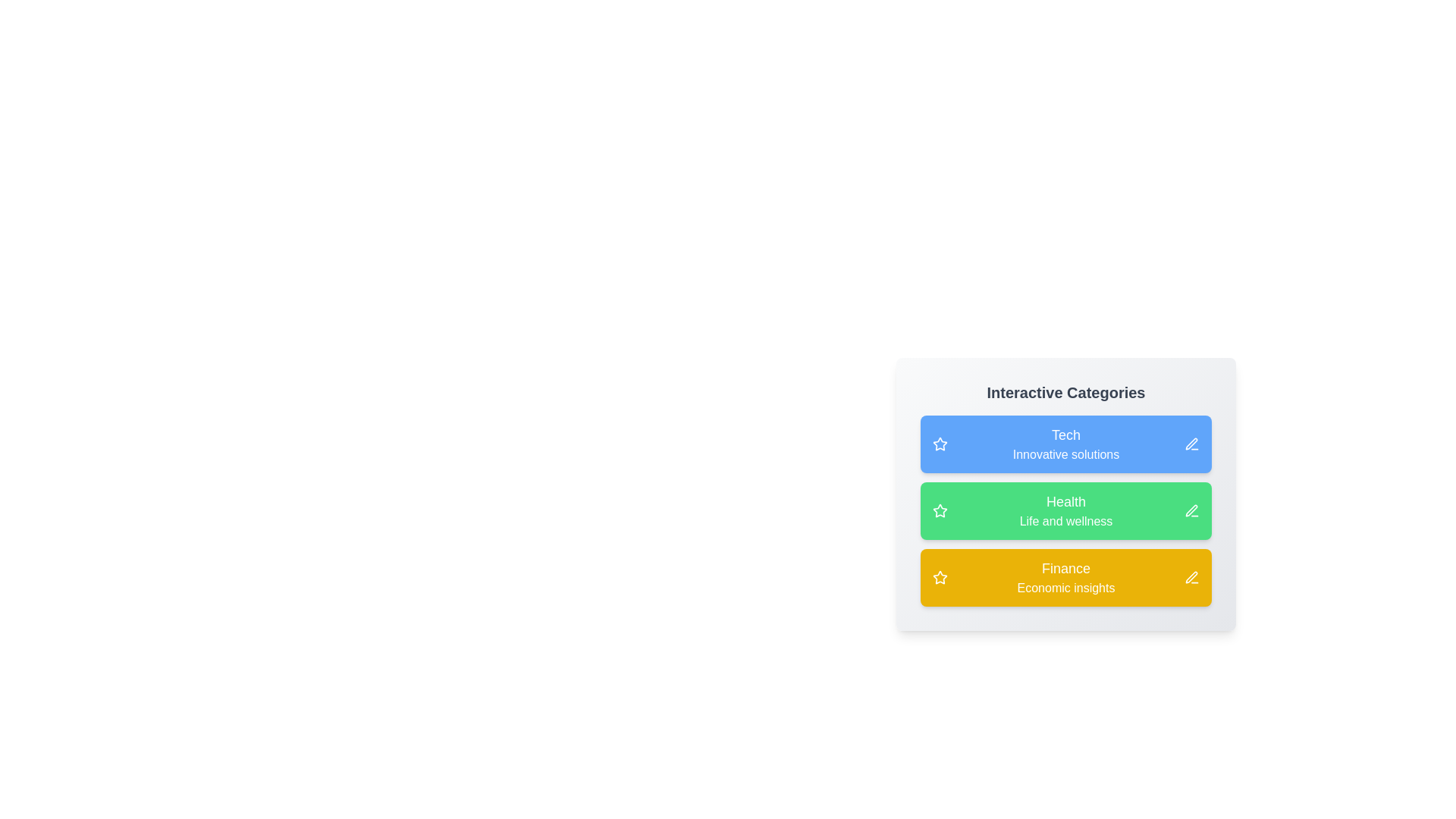  What do you see at coordinates (1065, 511) in the screenshot?
I see `the category Health to toggle its active state` at bounding box center [1065, 511].